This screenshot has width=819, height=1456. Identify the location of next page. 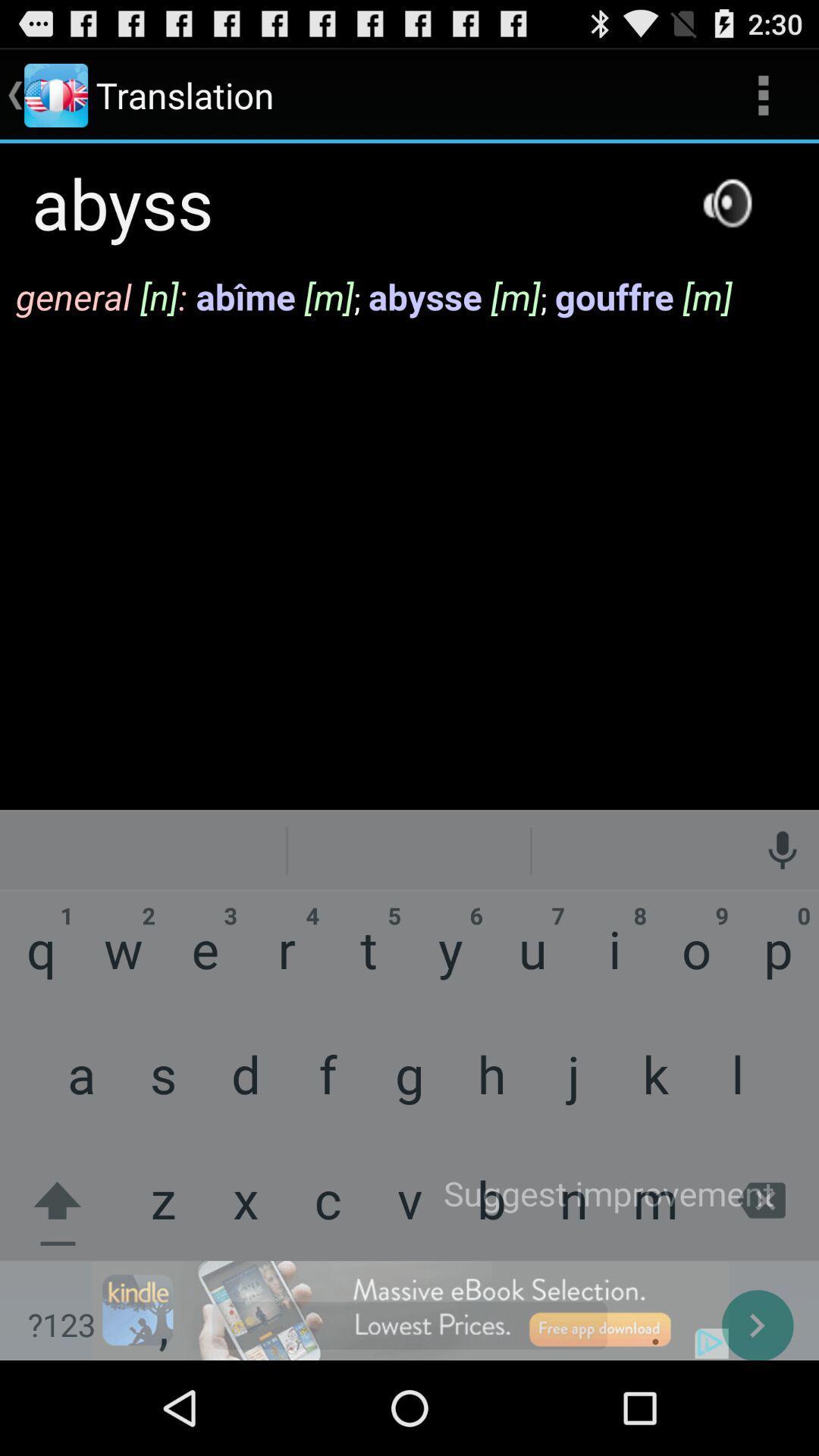
(409, 1310).